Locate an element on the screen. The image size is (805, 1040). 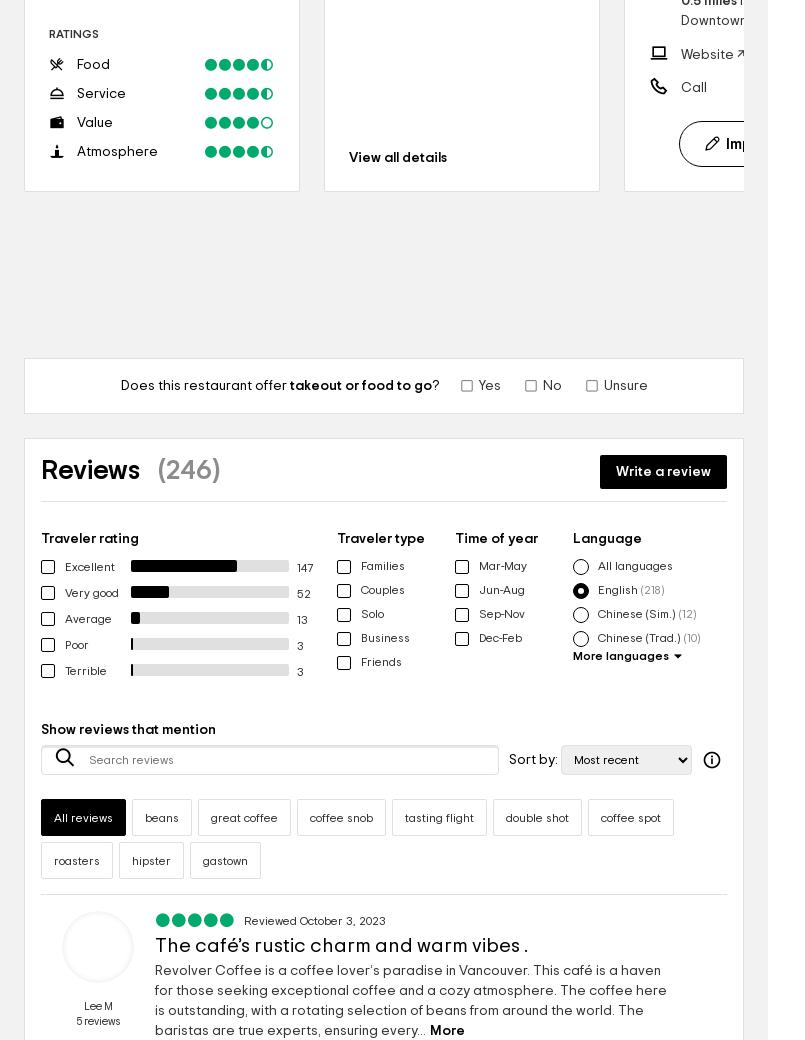
'More languages' is located at coordinates (571, 656).